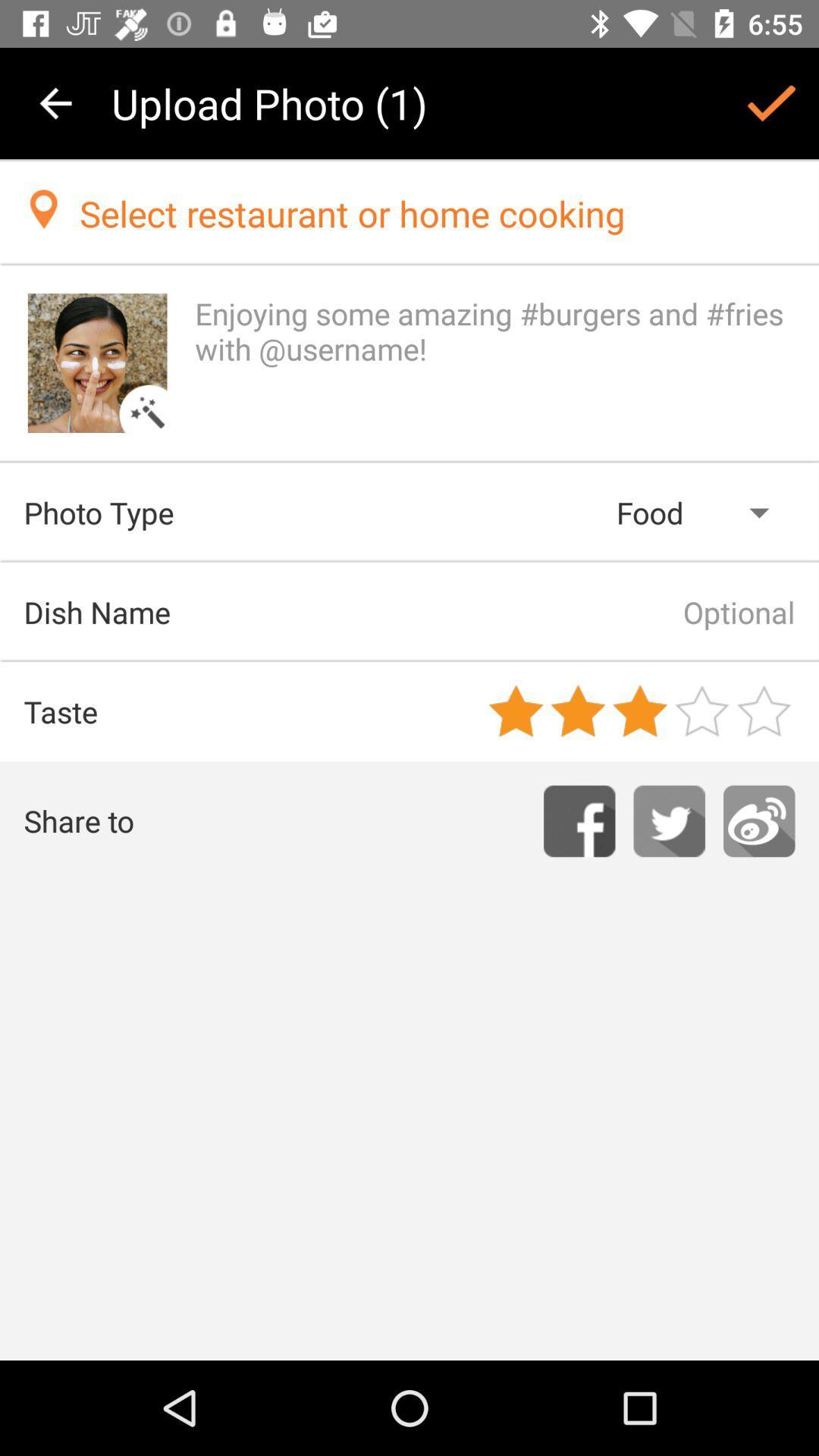 This screenshot has width=819, height=1456. I want to click on share to app, so click(759, 821).